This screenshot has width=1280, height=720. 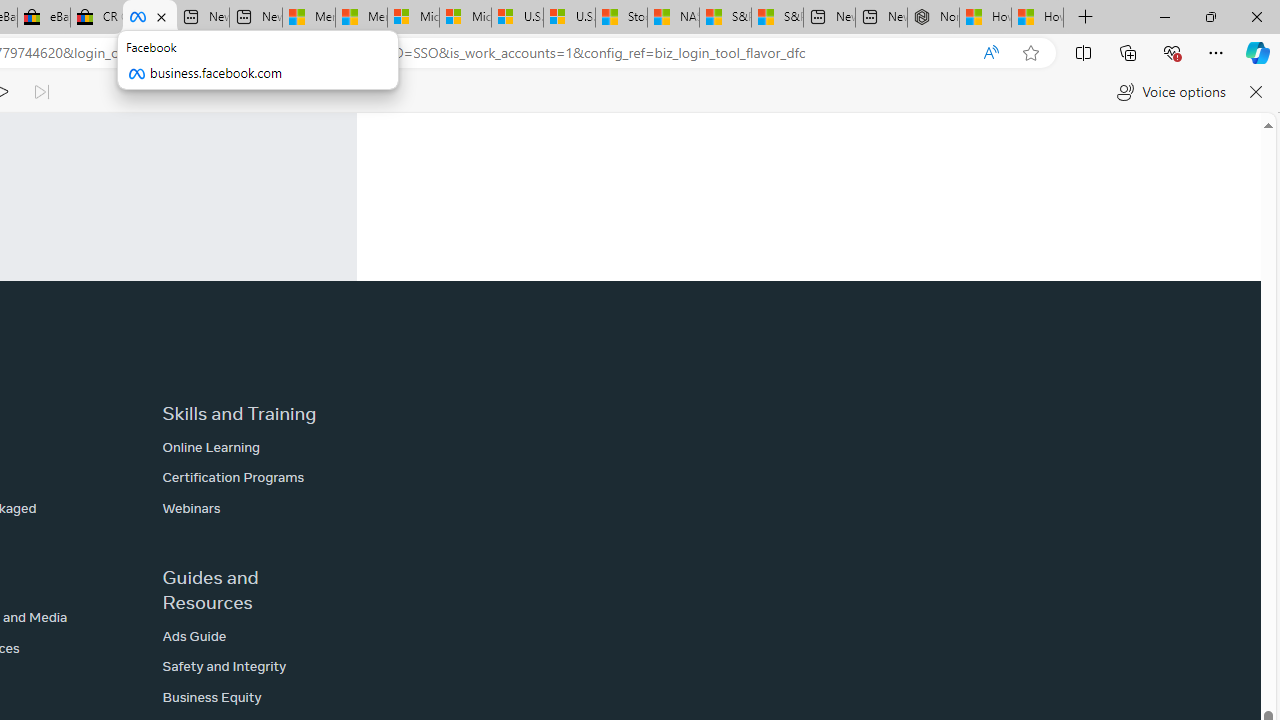 I want to click on 'Voice options', so click(x=1171, y=92).